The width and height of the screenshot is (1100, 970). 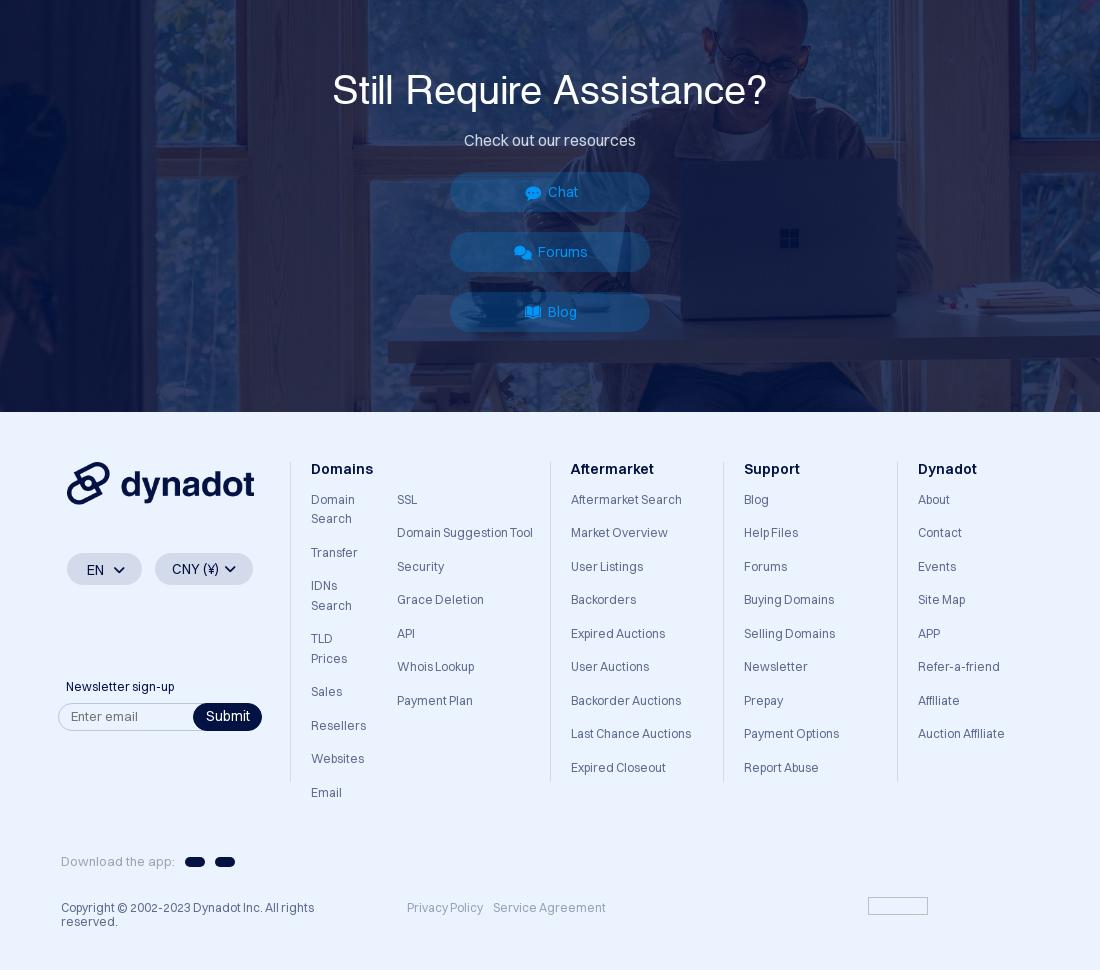 What do you see at coordinates (771, 467) in the screenshot?
I see `'Support'` at bounding box center [771, 467].